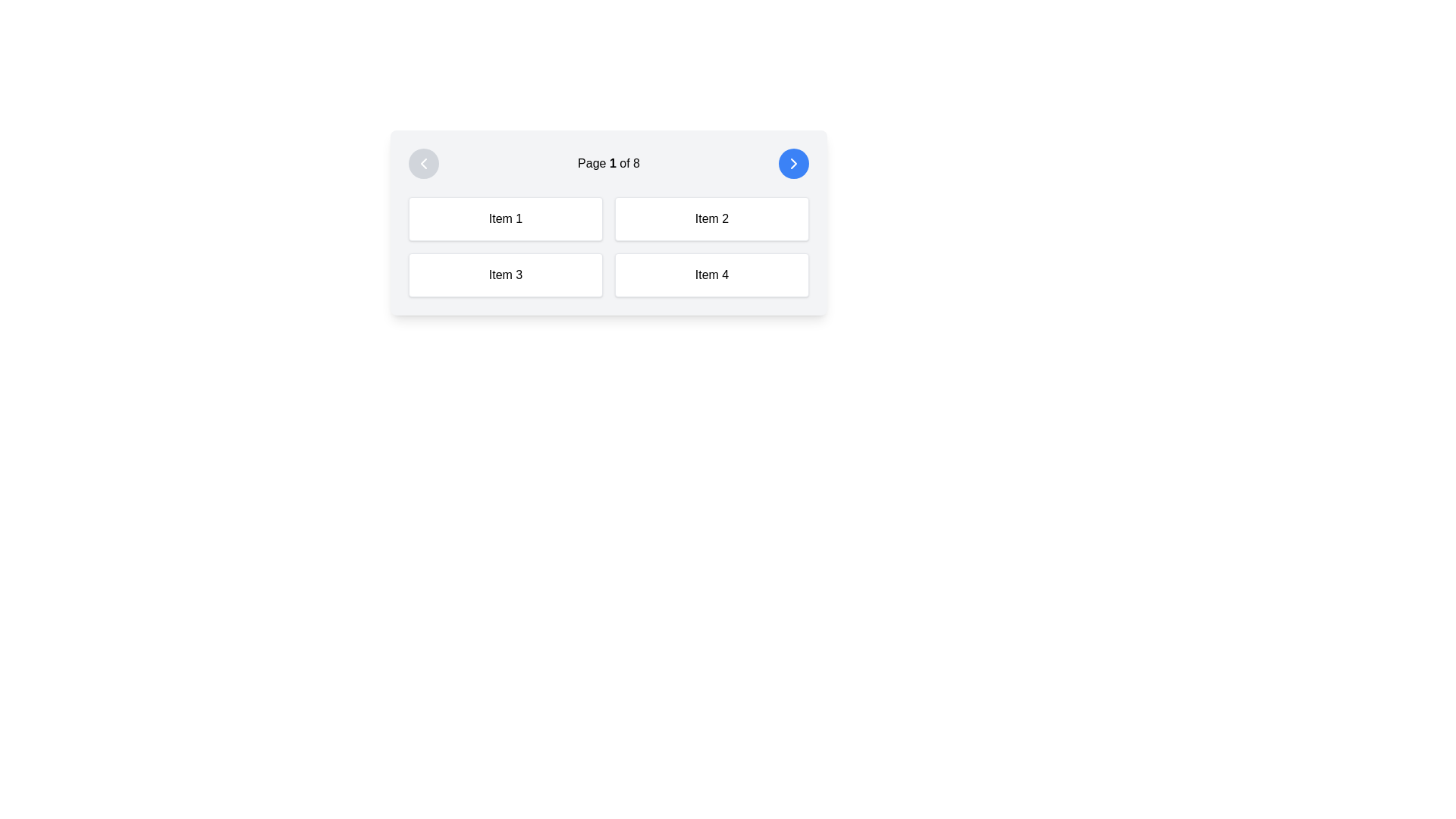 This screenshot has width=1456, height=819. I want to click on the Text label displaying the current page number (1) and total pages (8) in the pagination control, so click(608, 164).